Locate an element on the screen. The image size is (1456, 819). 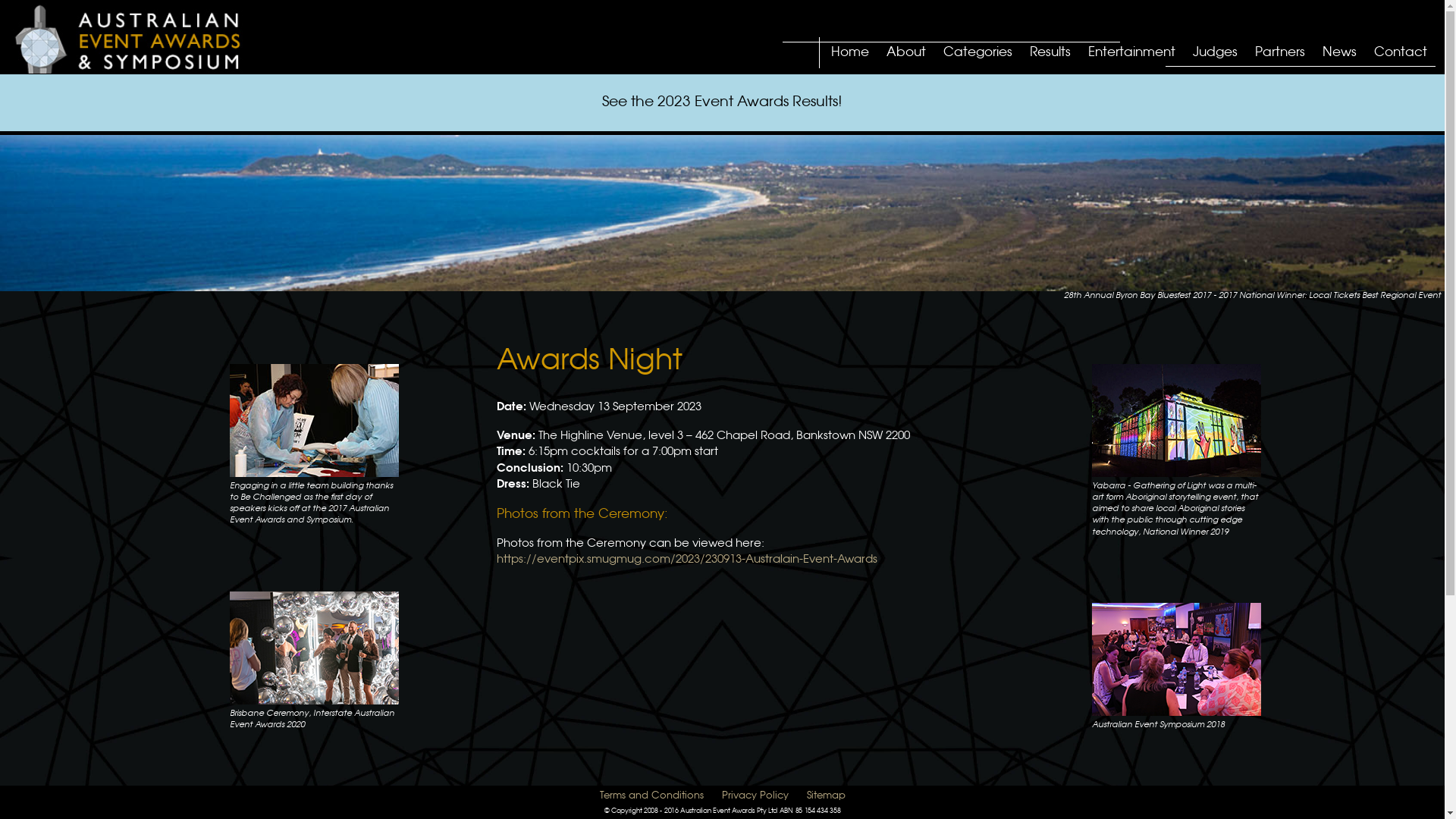
'Partners' is located at coordinates (1251, 53).